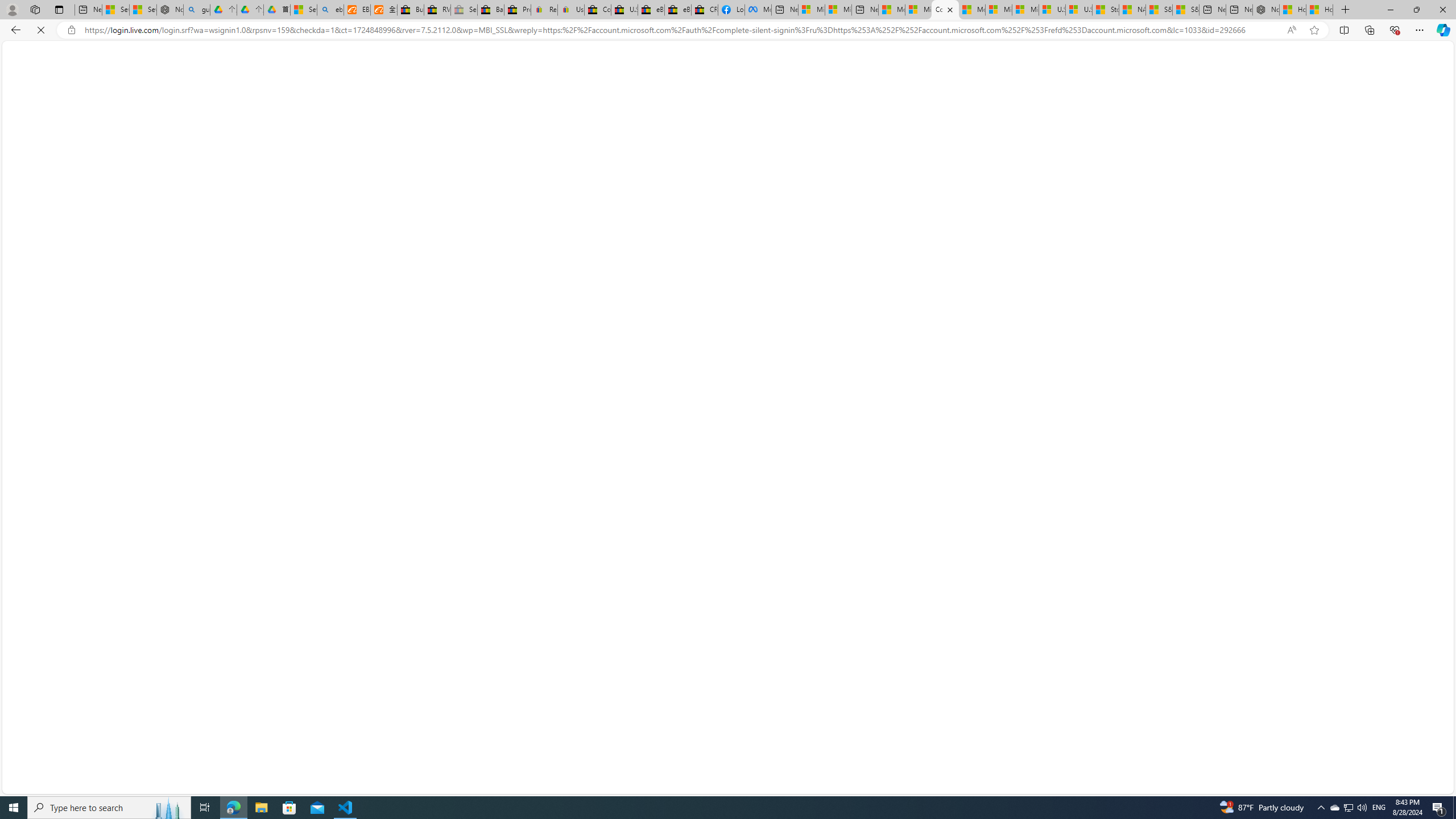  I want to click on 'Log into Facebook', so click(731, 9).